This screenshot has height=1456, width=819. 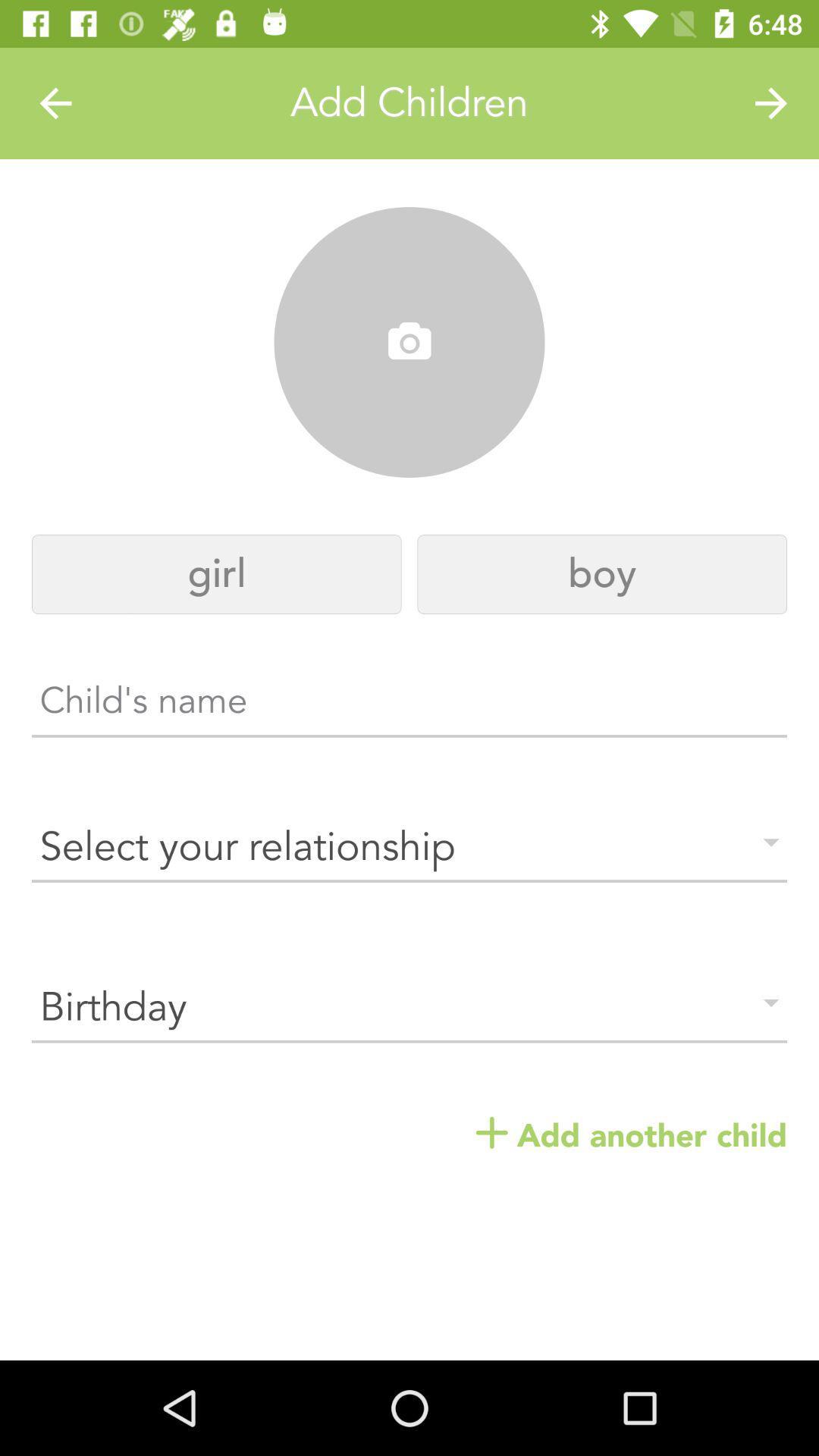 I want to click on the text birthday, so click(x=409, y=1008).